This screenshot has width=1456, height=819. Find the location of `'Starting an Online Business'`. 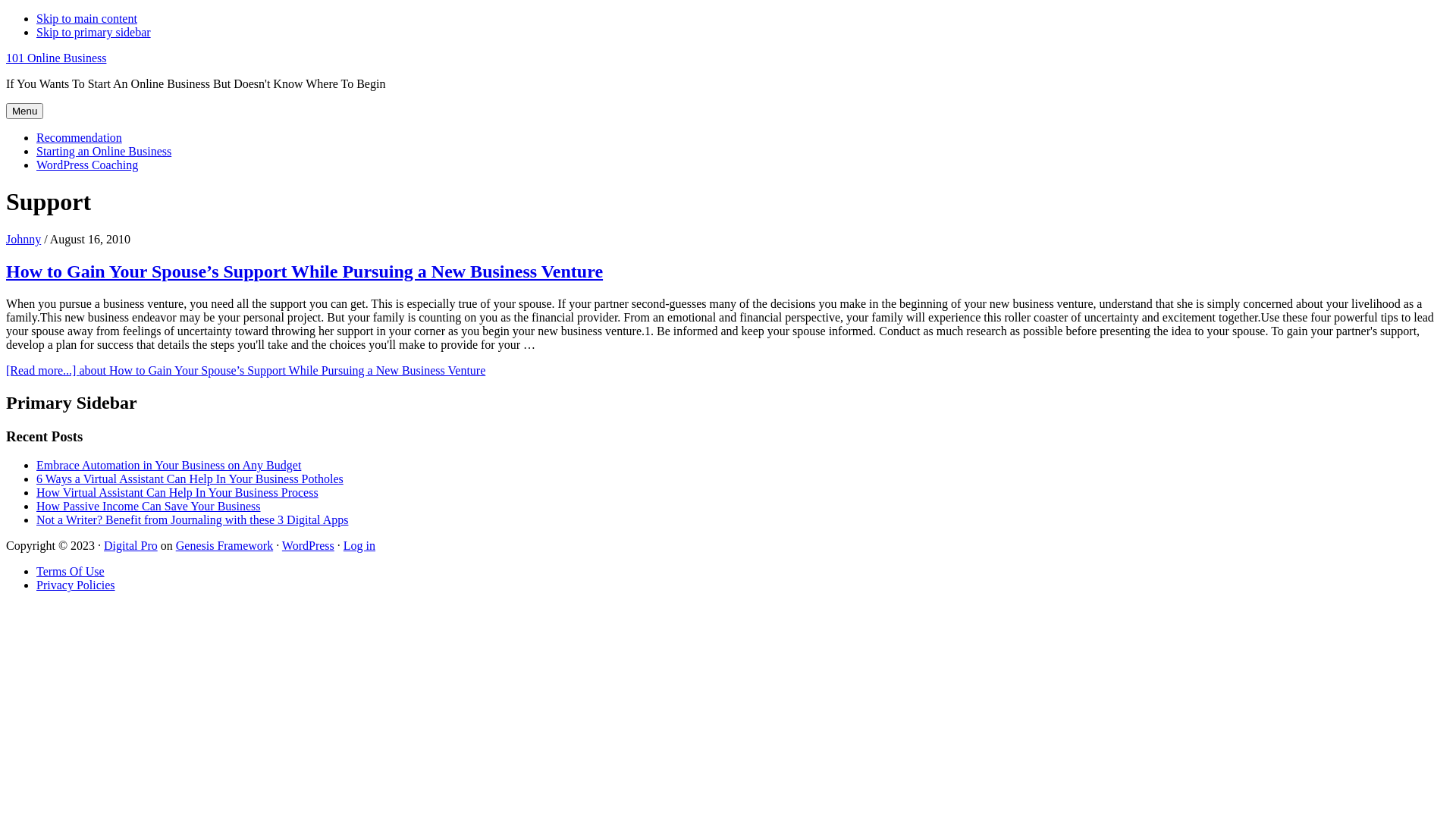

'Starting an Online Business' is located at coordinates (103, 151).